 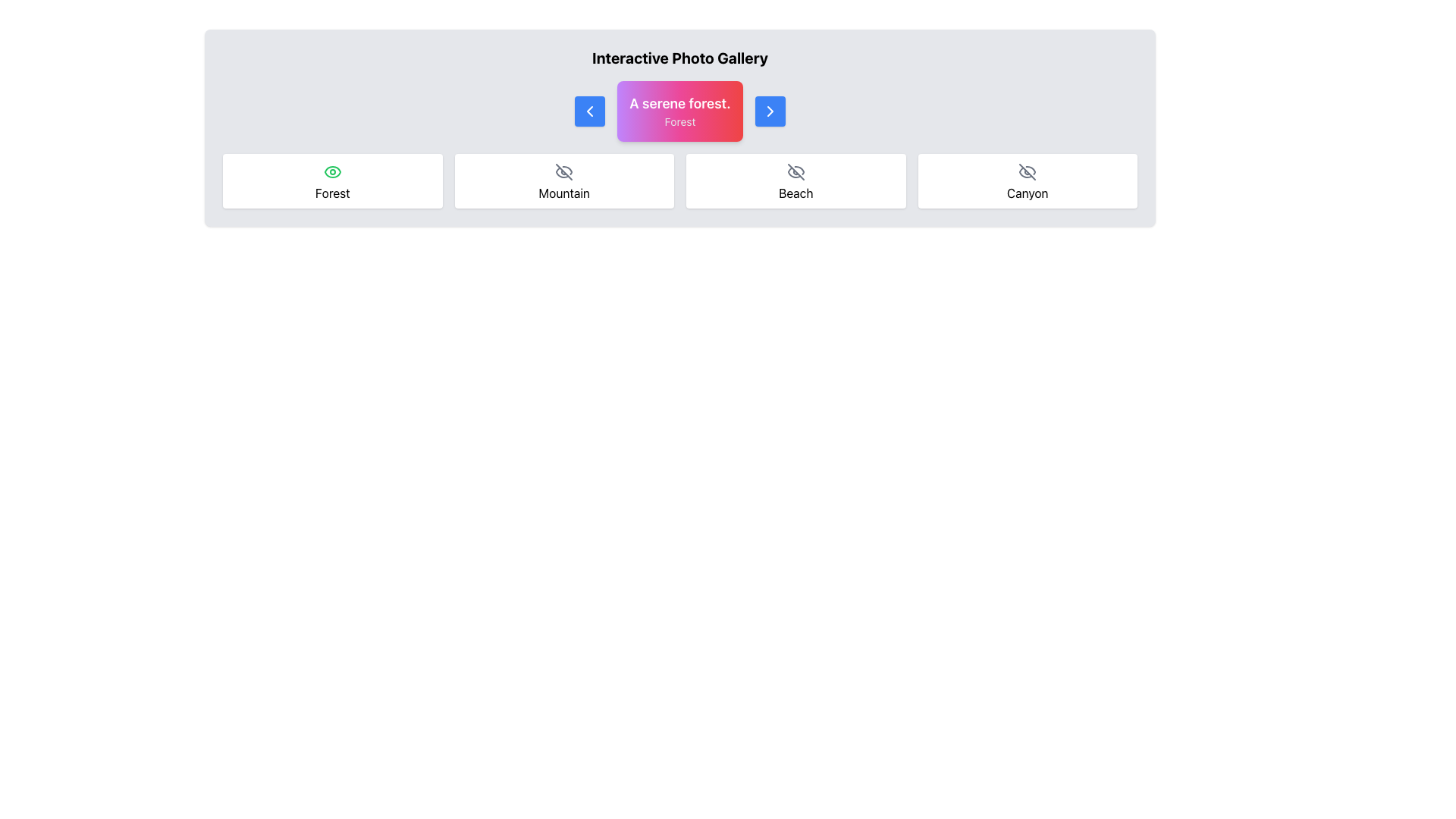 I want to click on the right-pointing arrow icon button, which is styled modernly with a white color on a blue background, located next to the text 'A serene forest. Forest' in the interactive photo gallery, so click(x=770, y=110).